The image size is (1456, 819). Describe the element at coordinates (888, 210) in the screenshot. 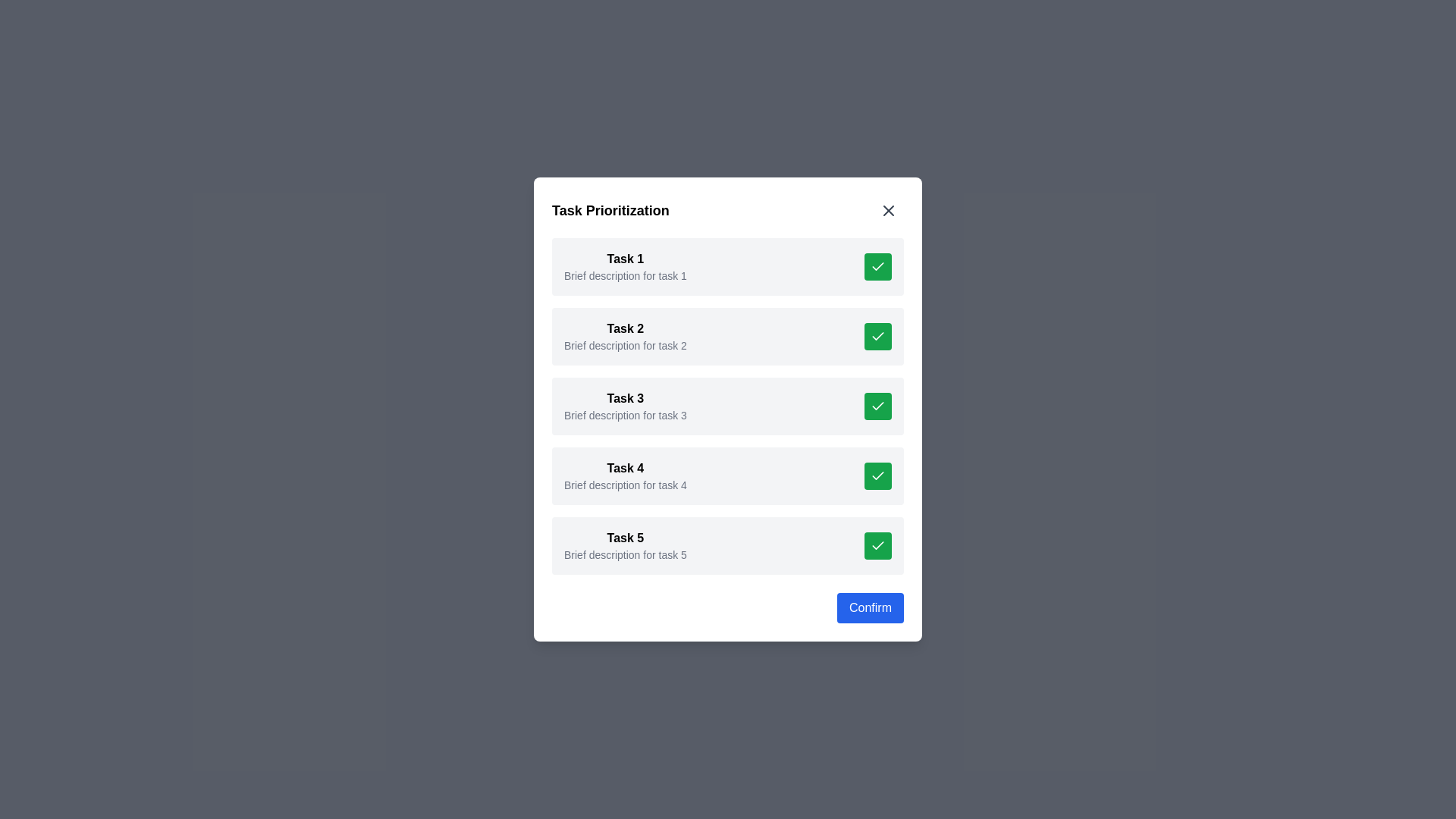

I see `the small circular button with a dark gray border and light gray background, containing an 'X' icon, located in the header area of the modal` at that location.